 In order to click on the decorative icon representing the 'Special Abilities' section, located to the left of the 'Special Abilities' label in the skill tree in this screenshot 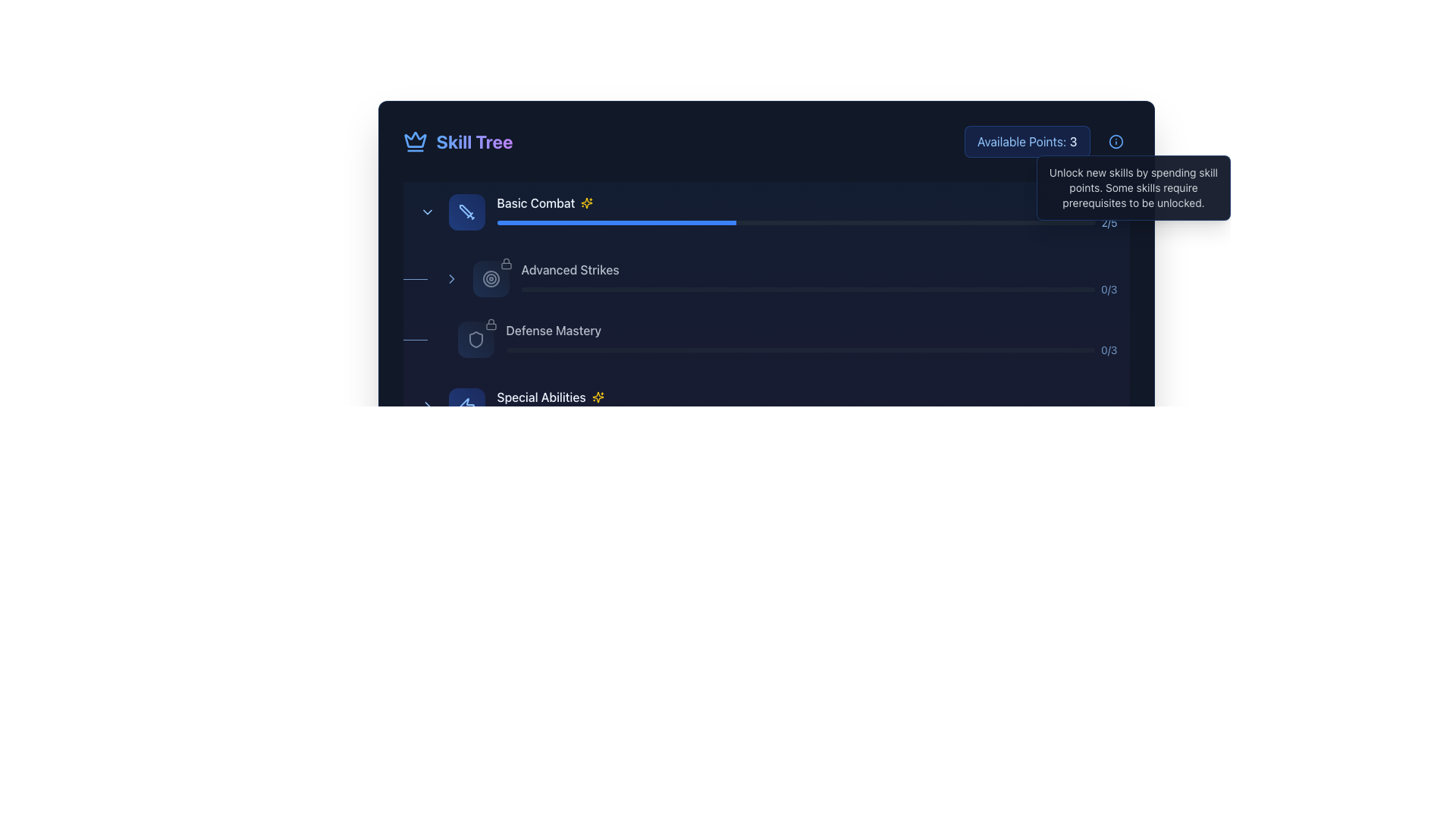, I will do `click(466, 406)`.